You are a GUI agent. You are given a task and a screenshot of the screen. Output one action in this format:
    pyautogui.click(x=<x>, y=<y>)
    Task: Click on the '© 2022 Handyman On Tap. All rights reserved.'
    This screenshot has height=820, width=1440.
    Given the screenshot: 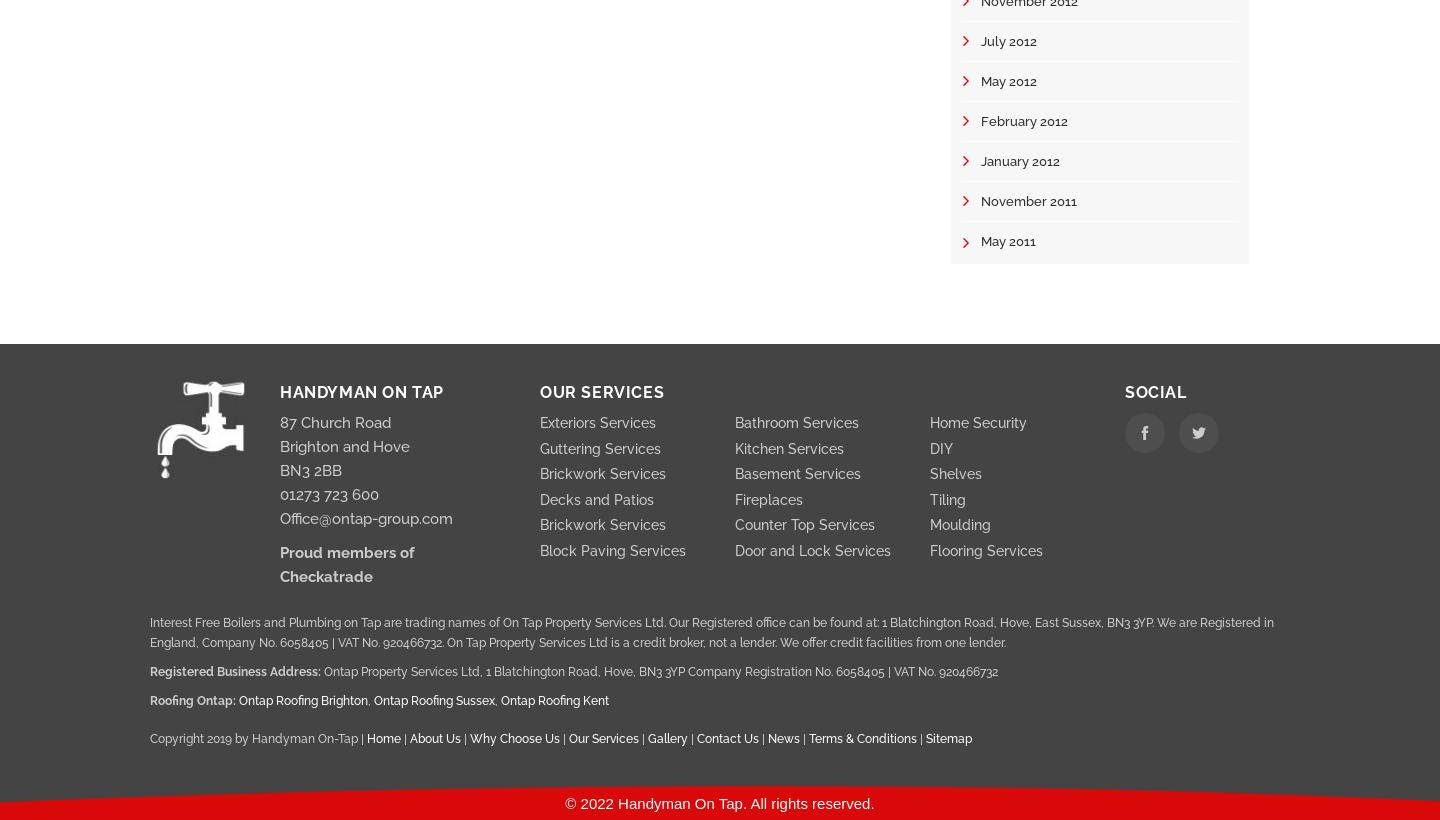 What is the action you would take?
    pyautogui.click(x=719, y=802)
    